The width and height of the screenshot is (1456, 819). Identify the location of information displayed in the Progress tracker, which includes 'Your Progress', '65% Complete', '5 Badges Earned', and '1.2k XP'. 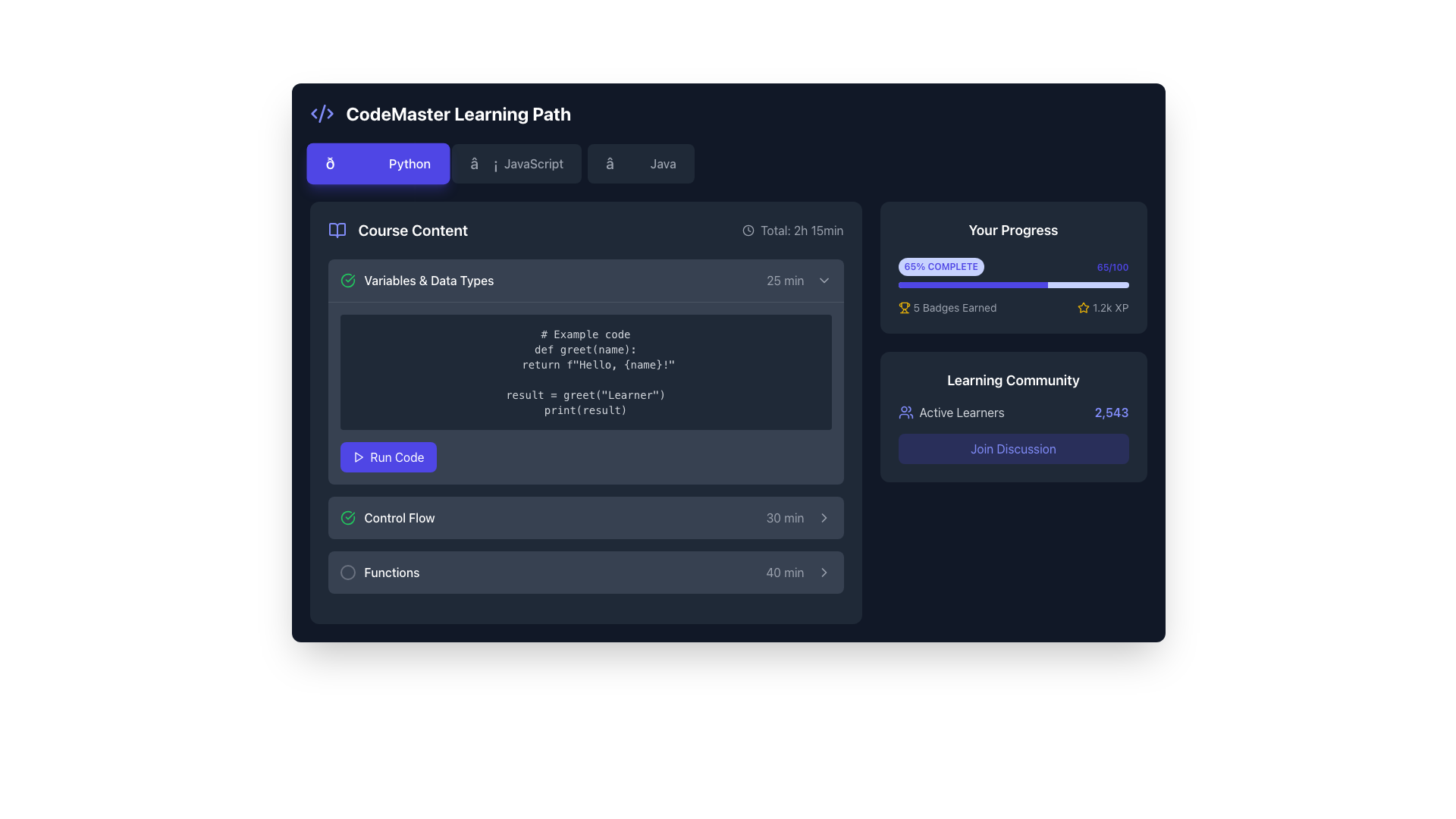
(1013, 267).